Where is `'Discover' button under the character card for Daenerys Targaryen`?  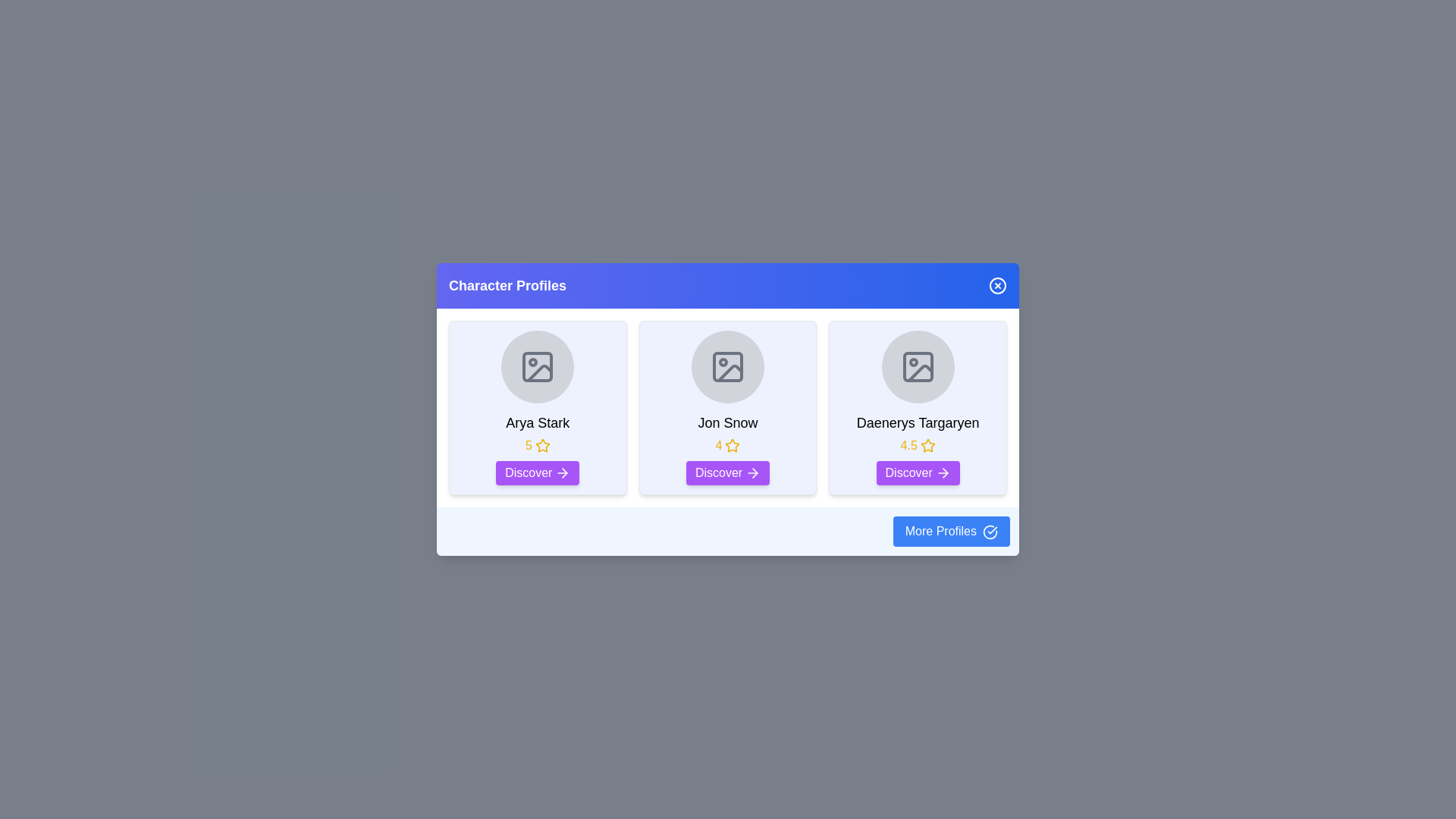 'Discover' button under the character card for Daenerys Targaryen is located at coordinates (916, 472).